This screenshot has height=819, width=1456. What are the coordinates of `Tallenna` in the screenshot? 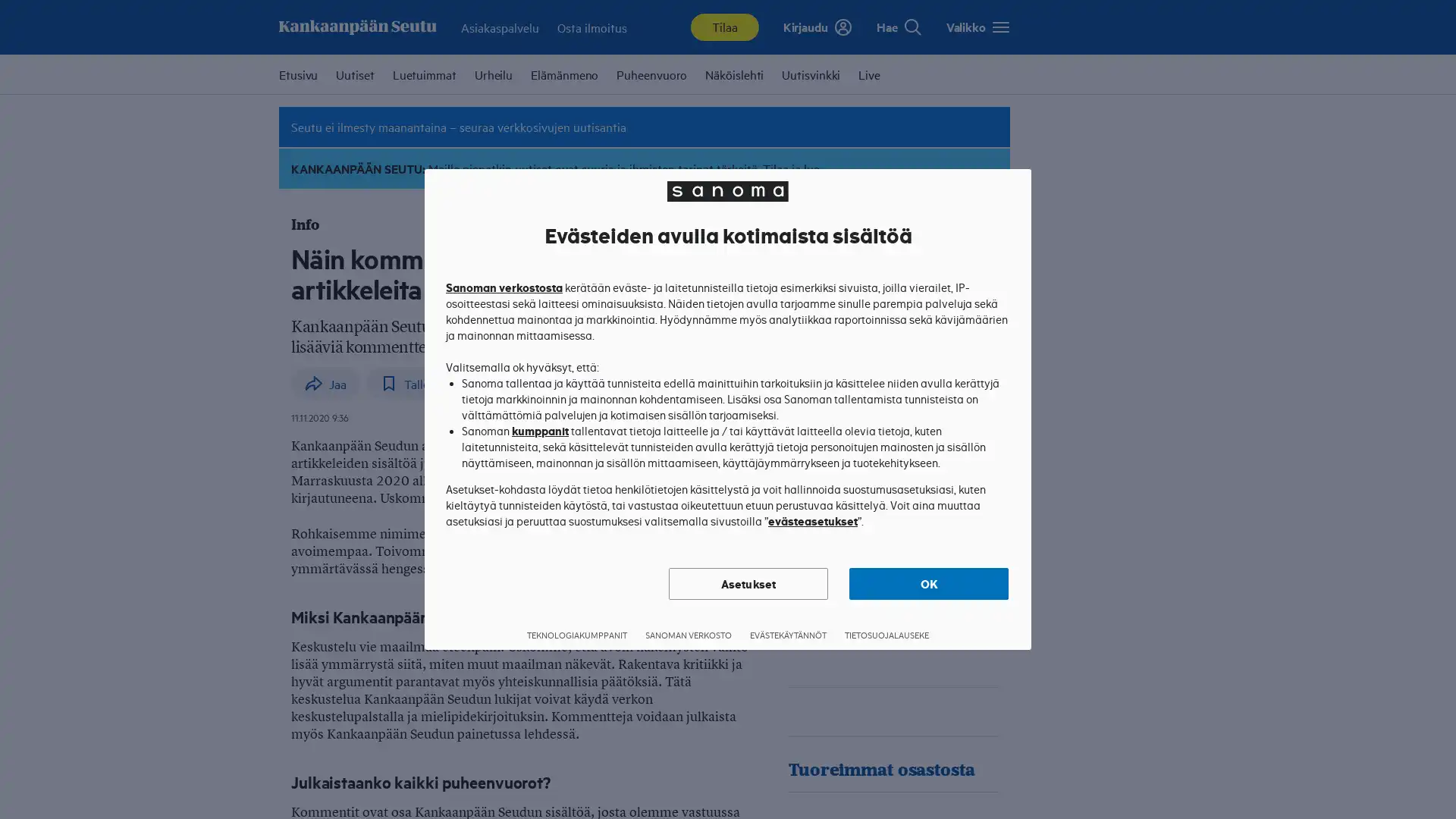 It's located at (976, 24).